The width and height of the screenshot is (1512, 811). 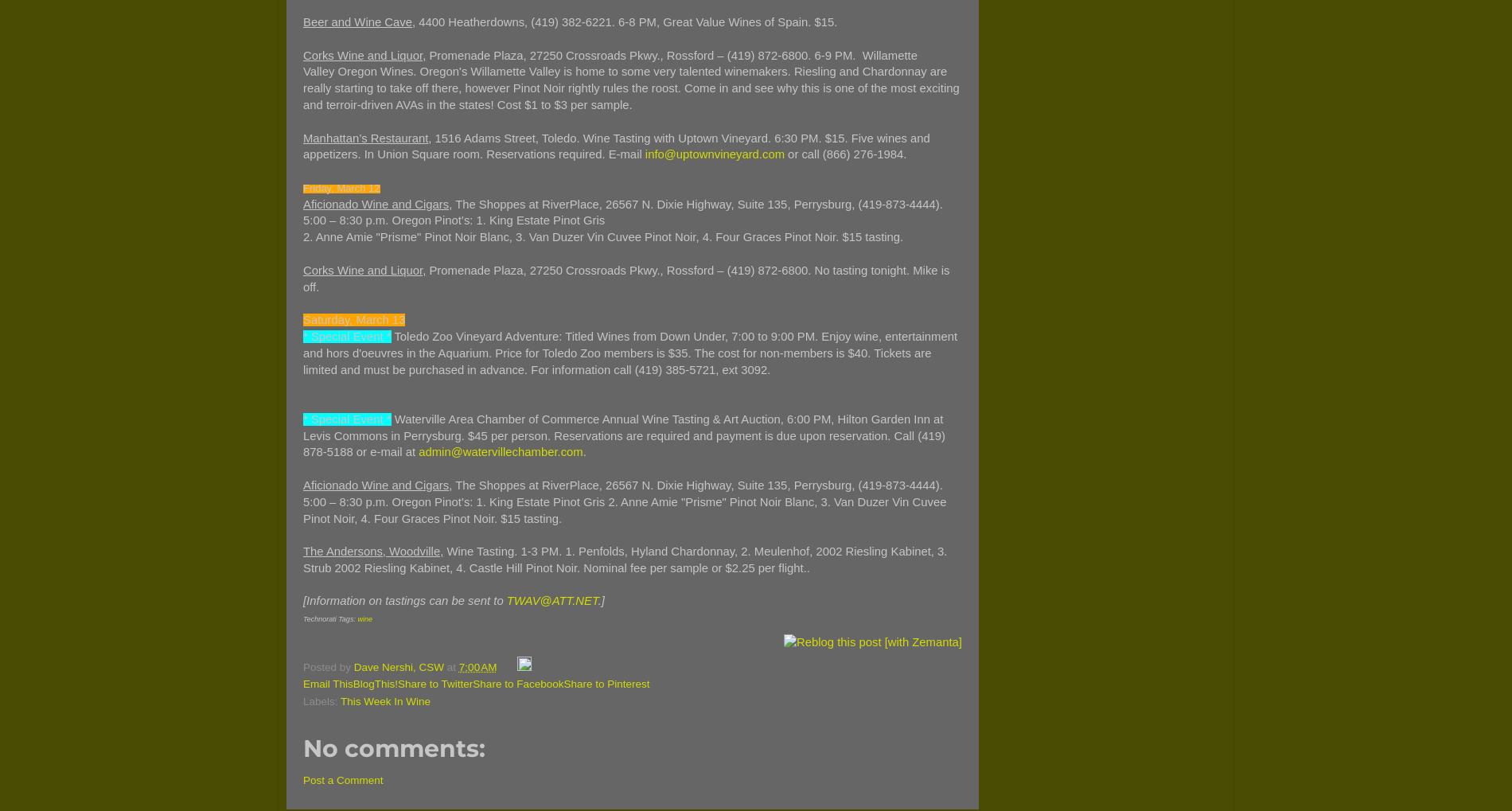 What do you see at coordinates (622, 212) in the screenshot?
I see `', The Shoppes at RiverPlace, 26567 N. Dixie Highway, Suite 135, Perrysburg, (419-873-4444). 5:00 – 8:30 p.m. Oregon Pinot’s: 1. King Estate Pinot Gris'` at bounding box center [622, 212].